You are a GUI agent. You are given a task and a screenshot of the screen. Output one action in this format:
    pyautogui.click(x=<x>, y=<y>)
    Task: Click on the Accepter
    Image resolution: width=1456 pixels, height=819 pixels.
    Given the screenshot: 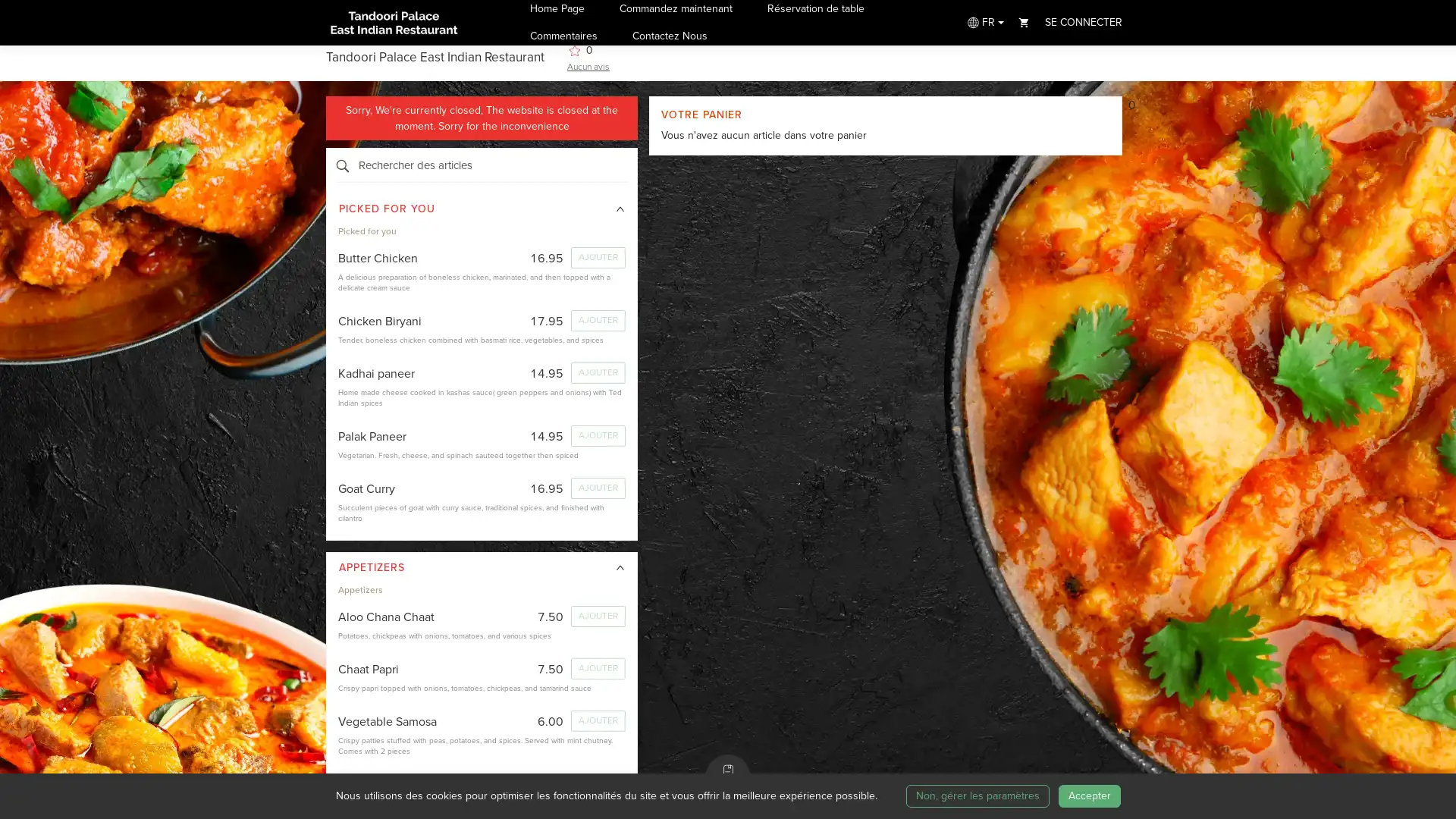 What is the action you would take?
    pyautogui.click(x=1087, y=795)
    